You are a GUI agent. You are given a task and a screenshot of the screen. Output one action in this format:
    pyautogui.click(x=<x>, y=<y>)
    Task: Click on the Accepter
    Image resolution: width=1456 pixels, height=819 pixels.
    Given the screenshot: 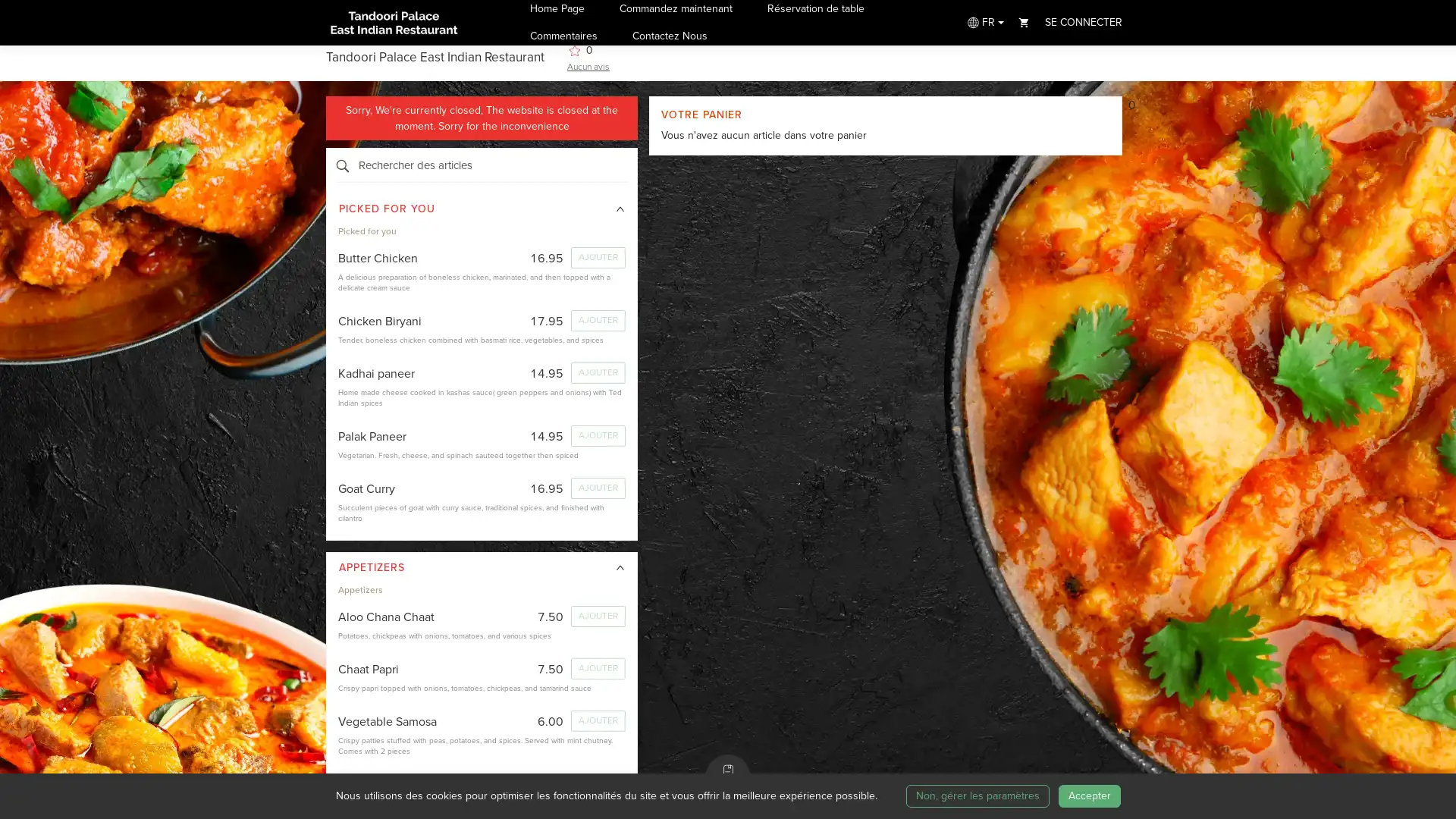 What is the action you would take?
    pyautogui.click(x=1087, y=795)
    